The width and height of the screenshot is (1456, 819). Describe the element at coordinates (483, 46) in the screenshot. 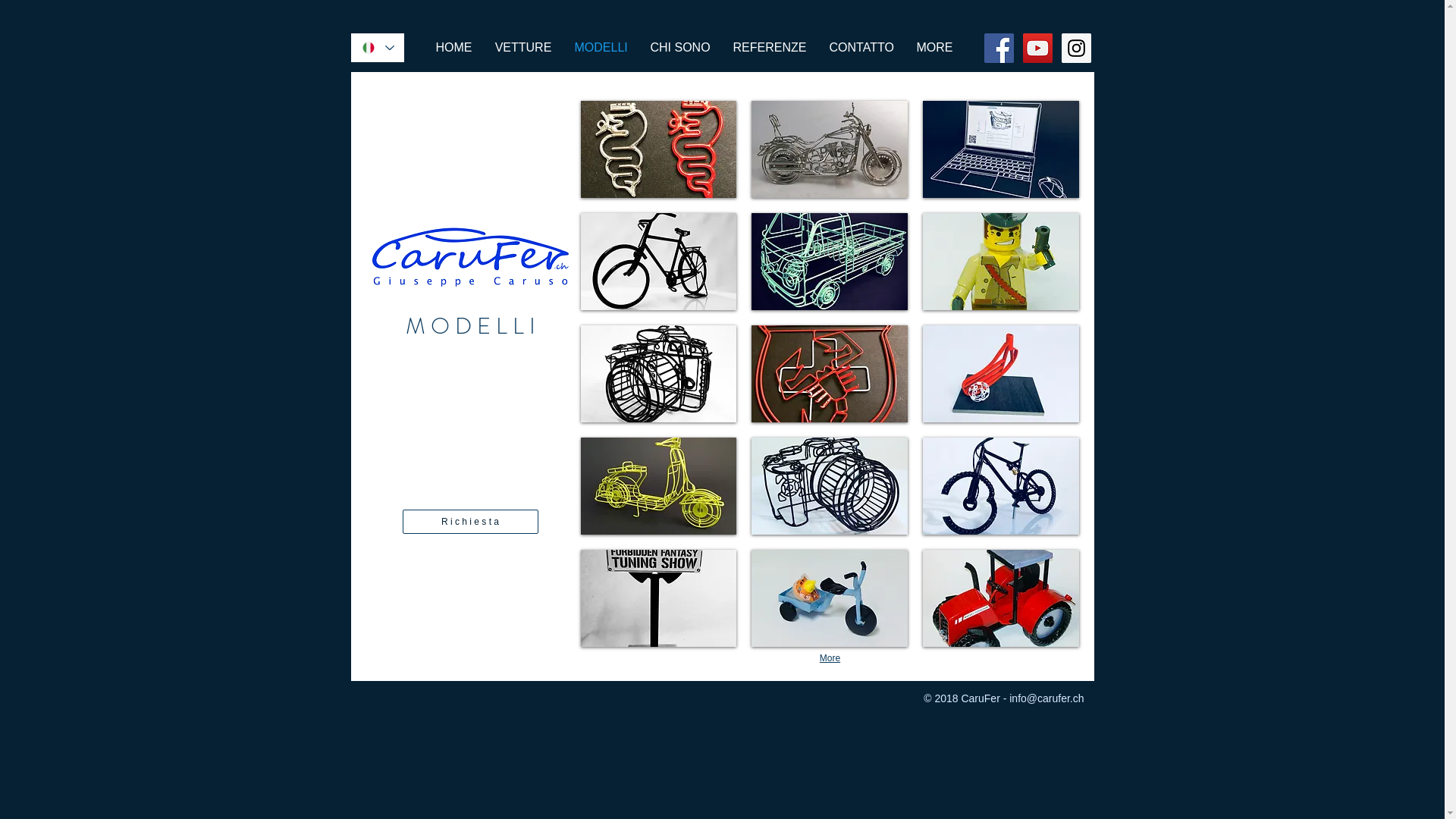

I see `'VETTURE'` at that location.